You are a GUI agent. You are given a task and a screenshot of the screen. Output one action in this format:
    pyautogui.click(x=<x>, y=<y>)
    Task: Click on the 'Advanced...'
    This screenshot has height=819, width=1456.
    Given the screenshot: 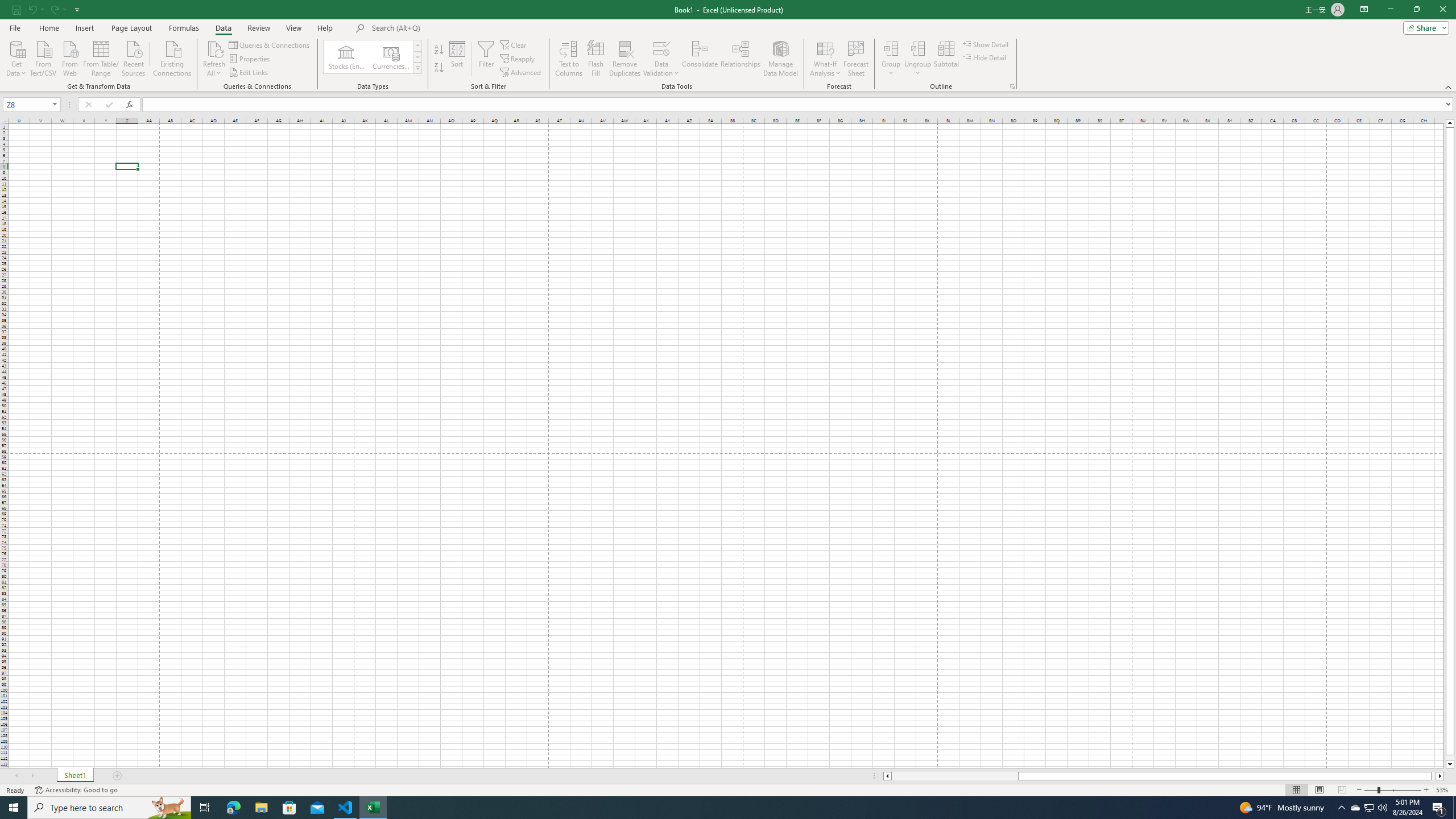 What is the action you would take?
    pyautogui.click(x=521, y=72)
    